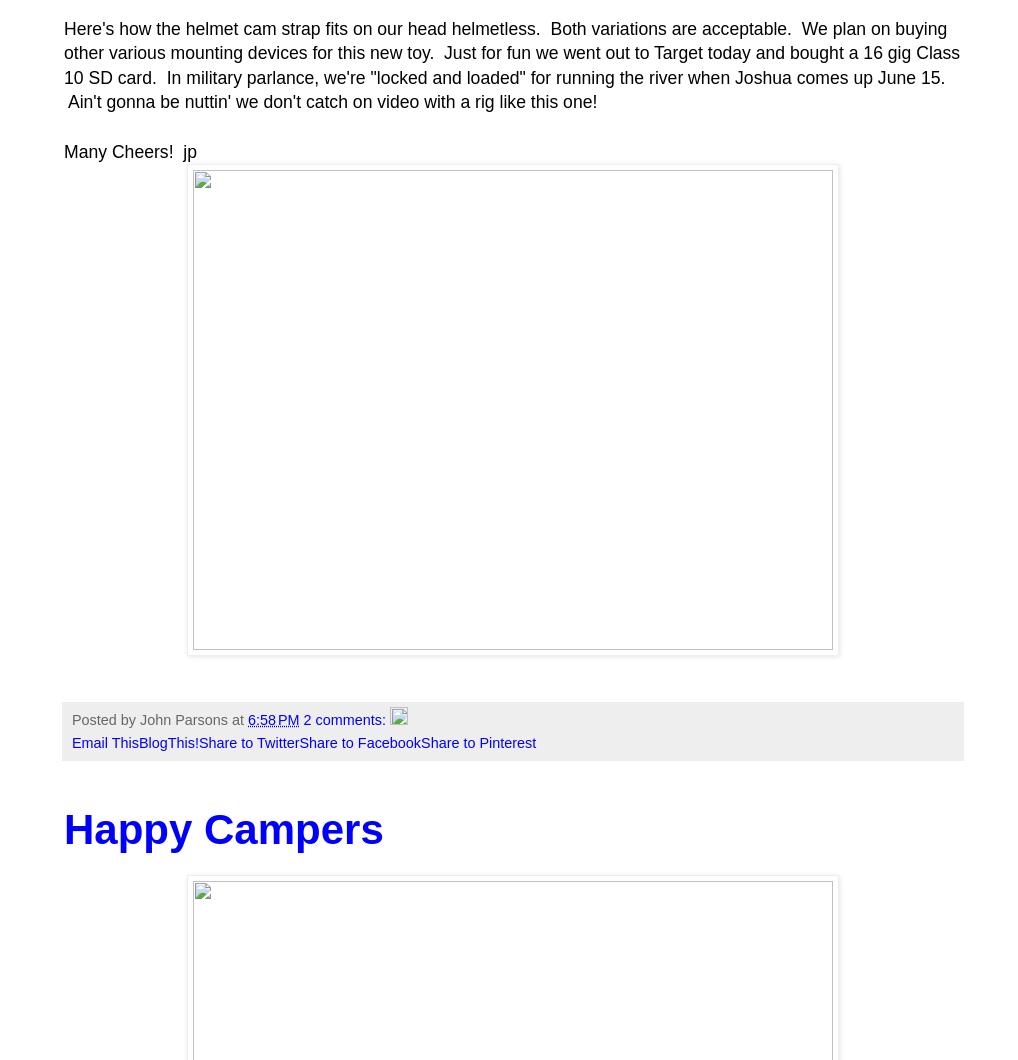 The image size is (1018, 1060). I want to click on 'Share to Pinterest', so click(478, 741).